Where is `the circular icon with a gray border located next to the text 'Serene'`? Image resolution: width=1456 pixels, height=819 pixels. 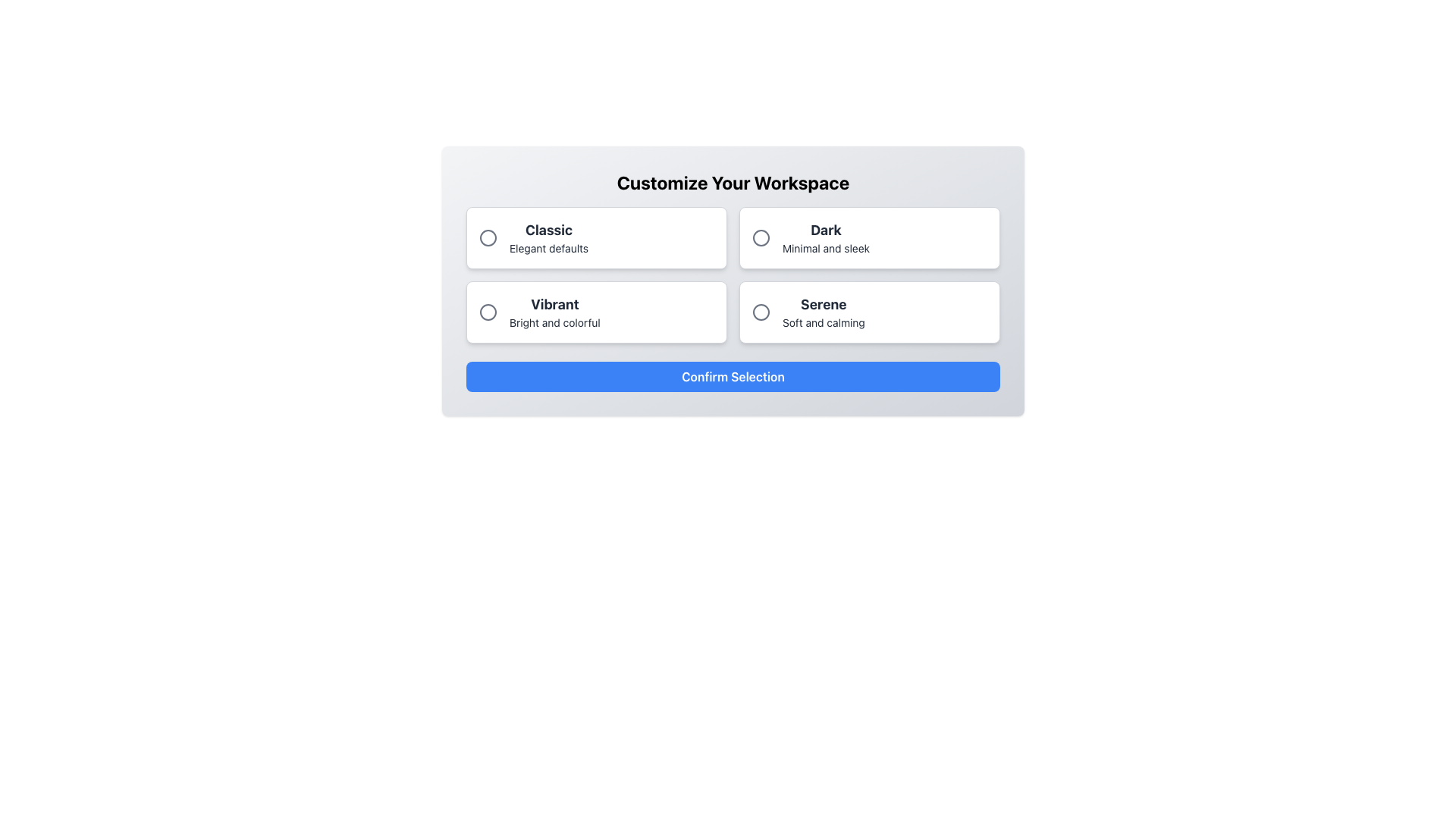 the circular icon with a gray border located next to the text 'Serene' is located at coordinates (761, 312).